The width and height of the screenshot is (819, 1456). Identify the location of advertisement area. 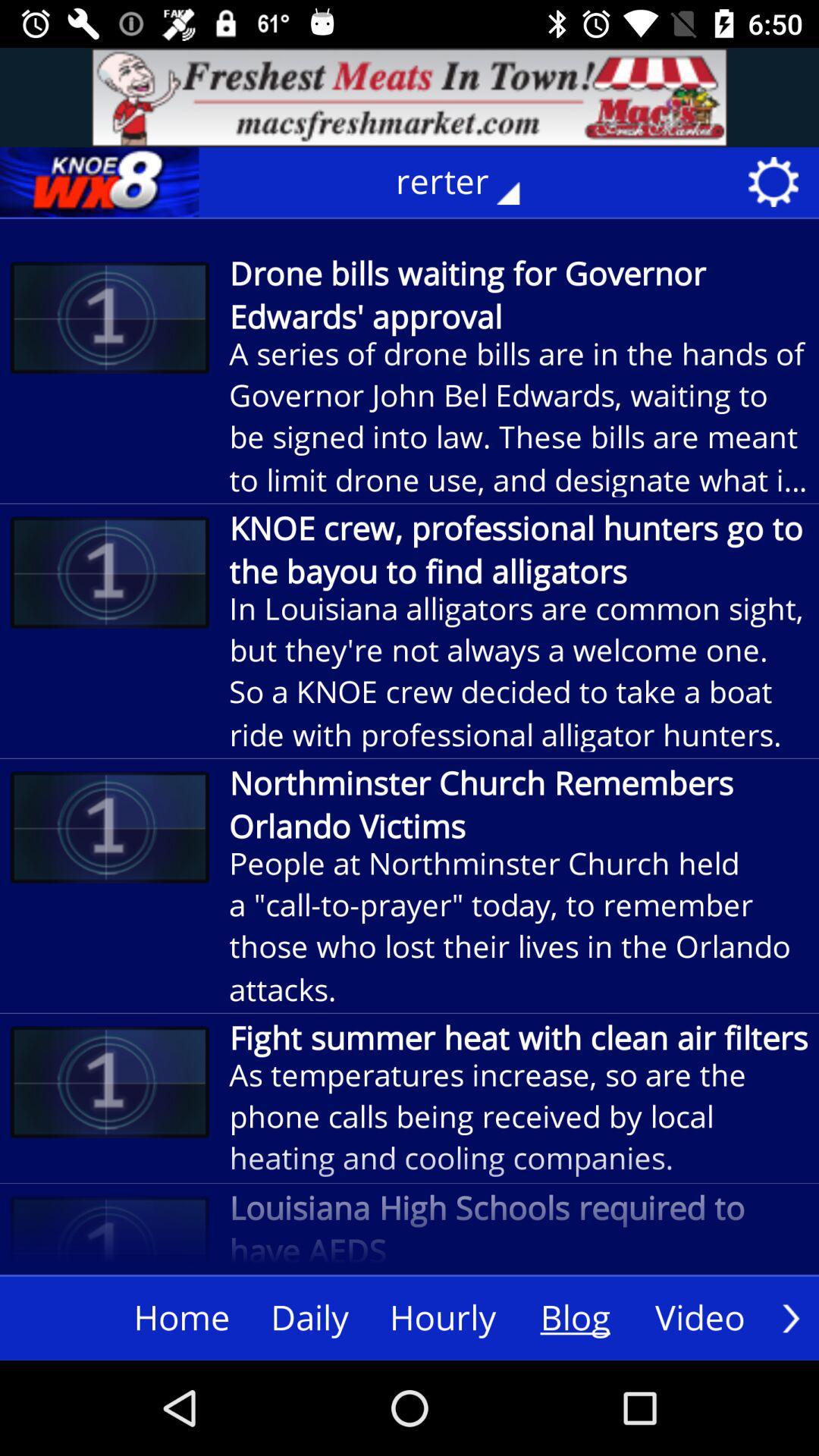
(409, 96).